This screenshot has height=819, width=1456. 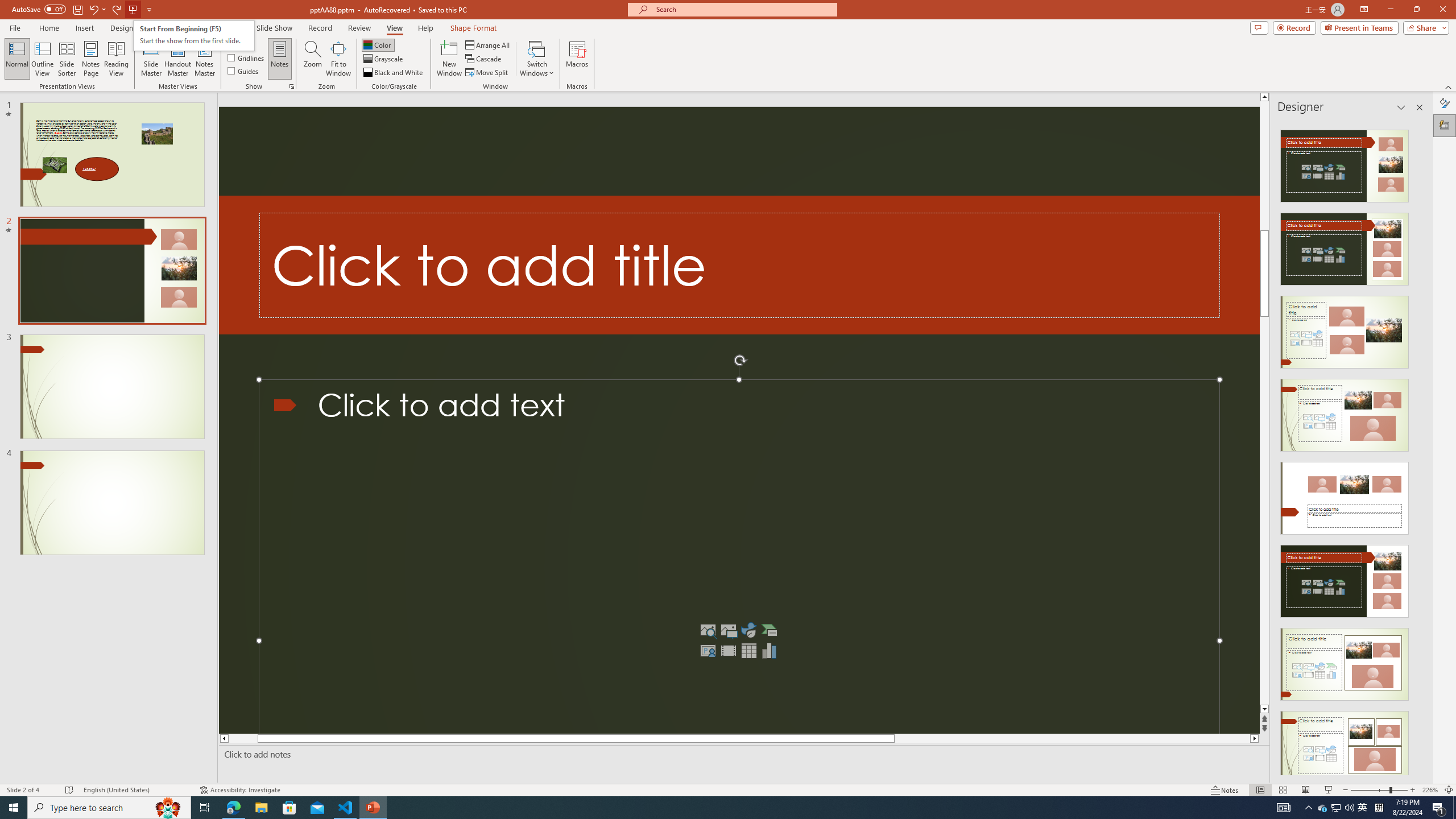 I want to click on 'New Window', so click(x=448, y=59).